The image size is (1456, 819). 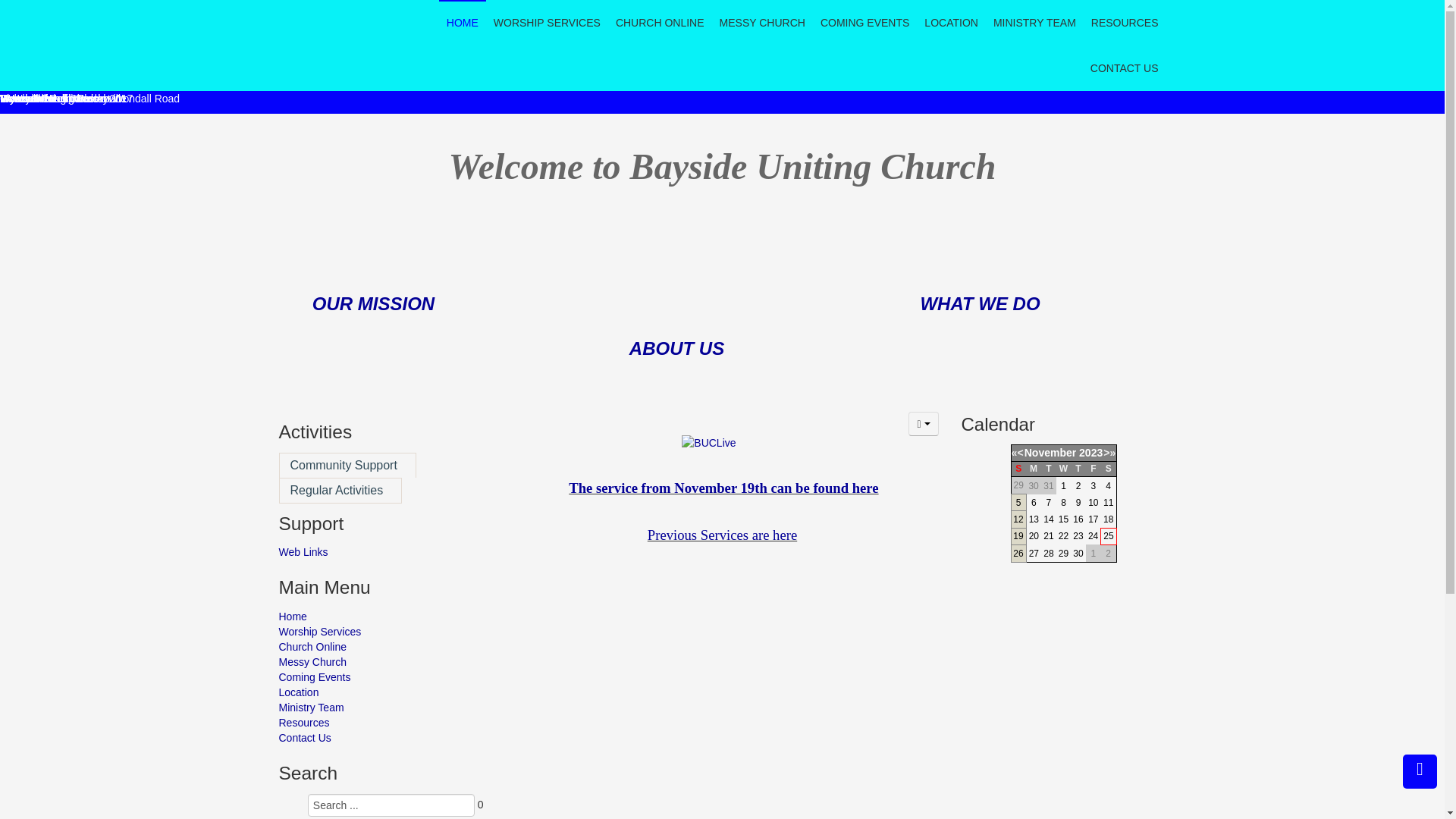 I want to click on '20', so click(x=1033, y=535).